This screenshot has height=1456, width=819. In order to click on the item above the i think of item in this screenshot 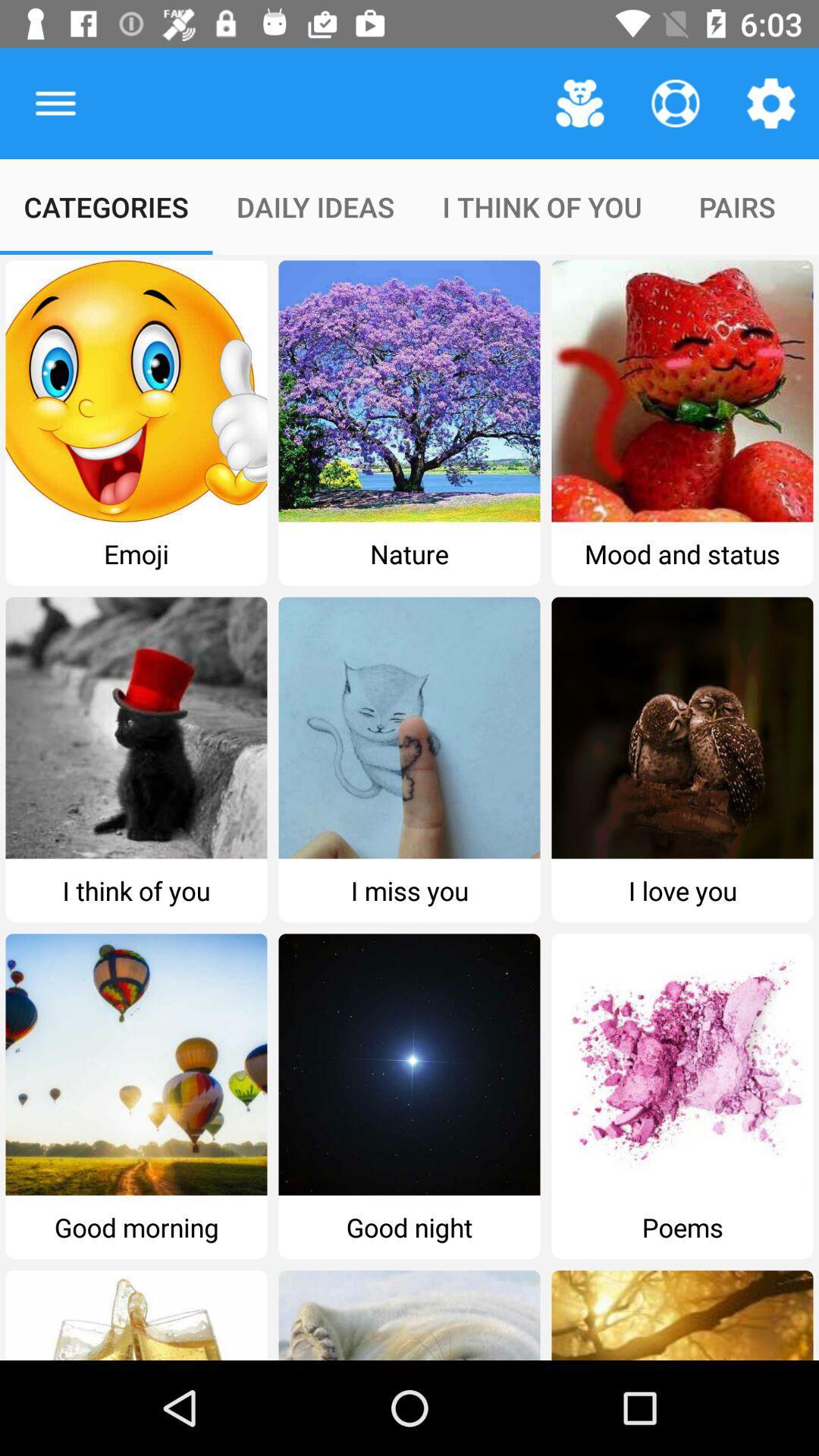, I will do `click(675, 102)`.